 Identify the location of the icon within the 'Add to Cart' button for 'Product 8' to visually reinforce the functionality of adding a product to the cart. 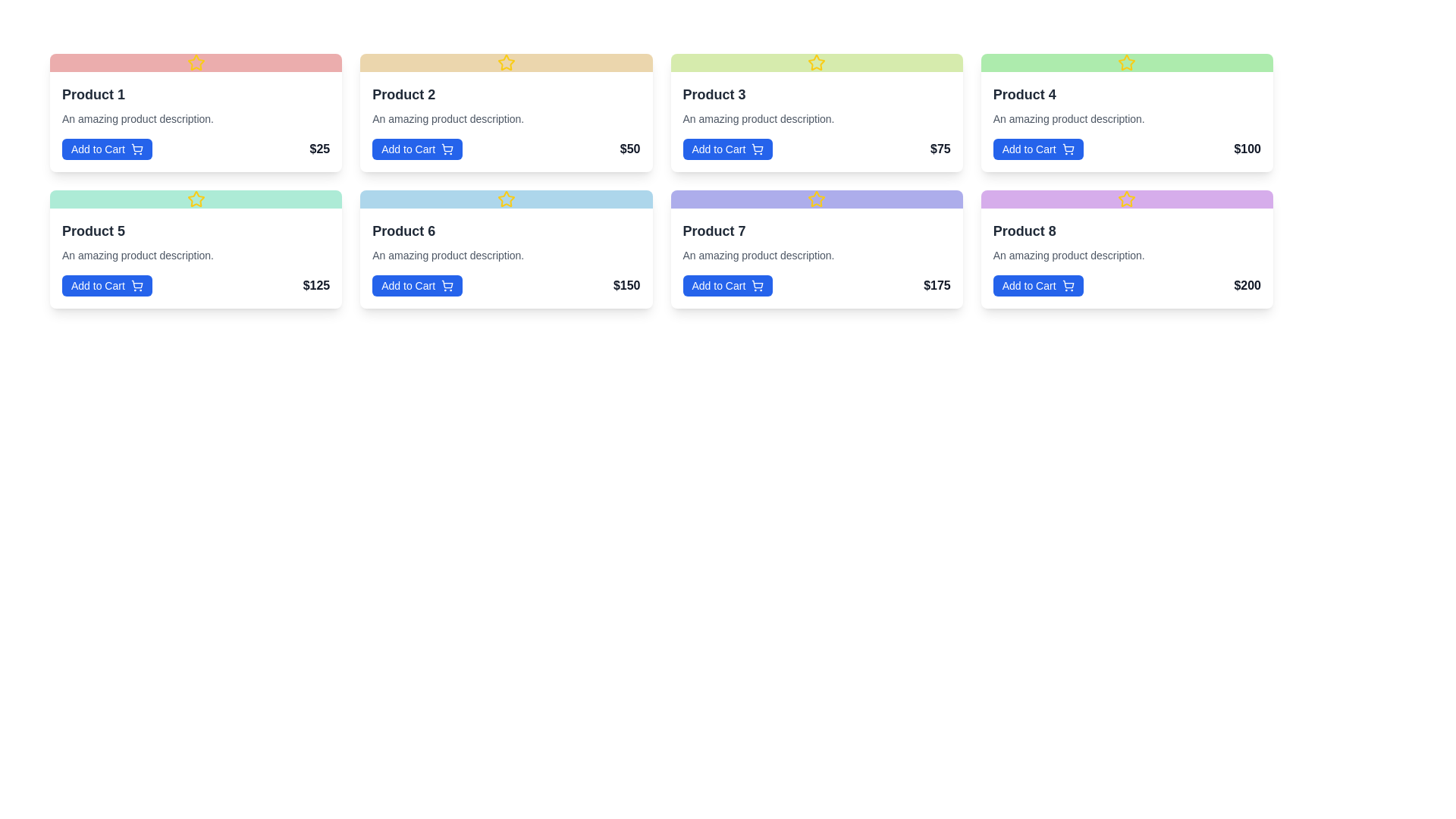
(1067, 286).